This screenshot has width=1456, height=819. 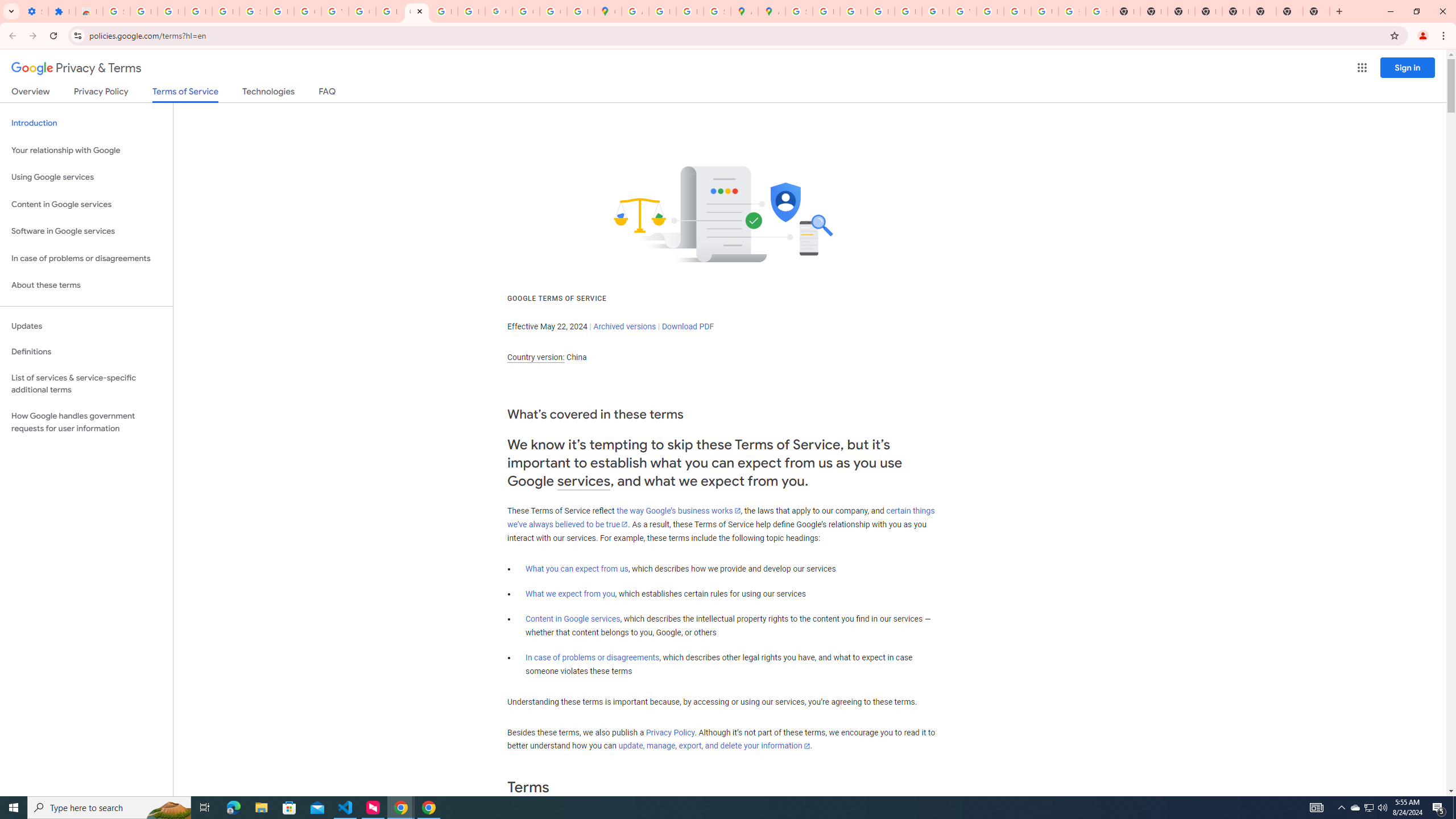 I want to click on 'Software in Google services', so click(x=86, y=230).